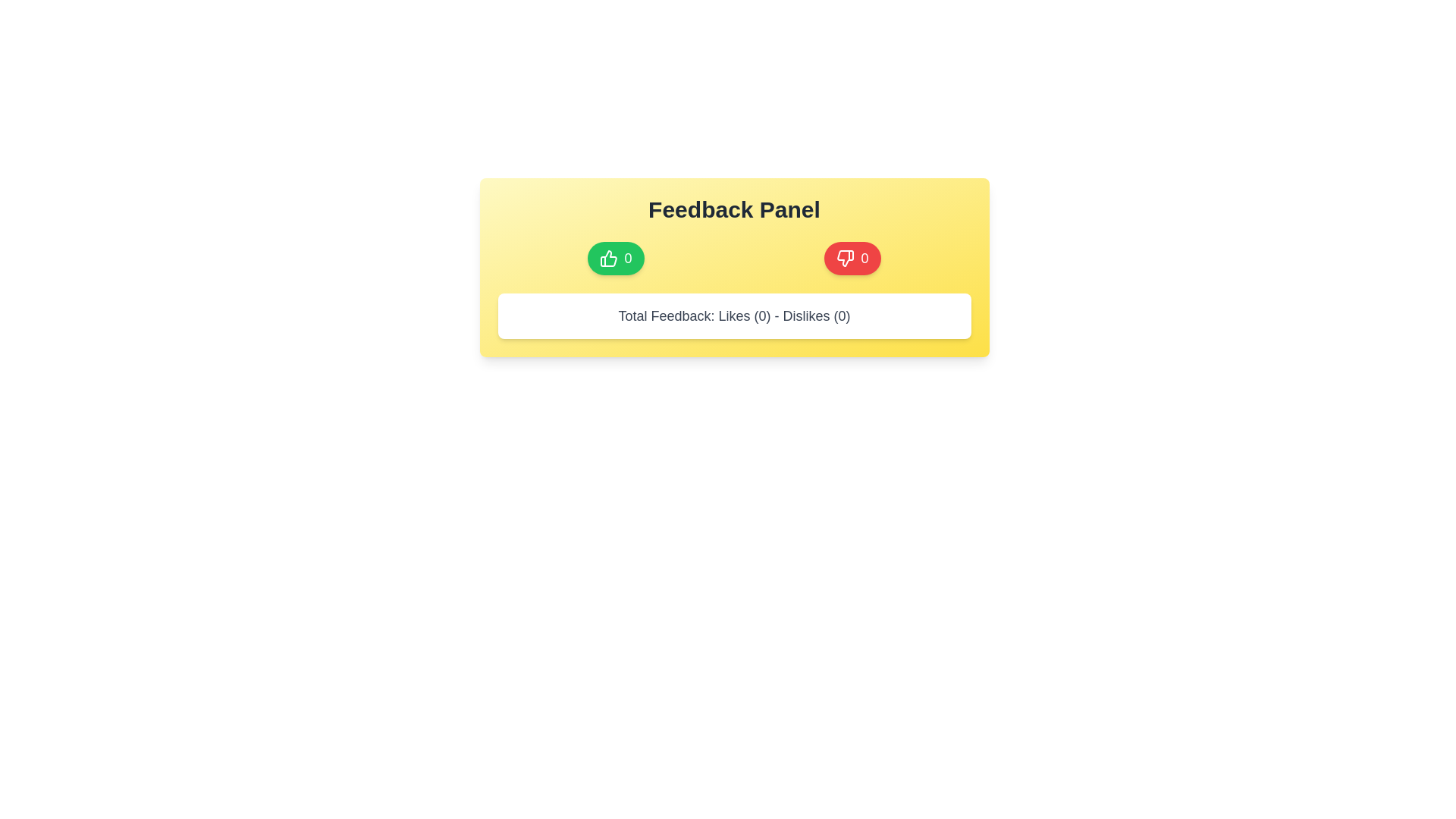  Describe the element at coordinates (845, 257) in the screenshot. I see `the red feedback vote button to register a negative feedback, located to the right of the green thumbs-up button` at that location.